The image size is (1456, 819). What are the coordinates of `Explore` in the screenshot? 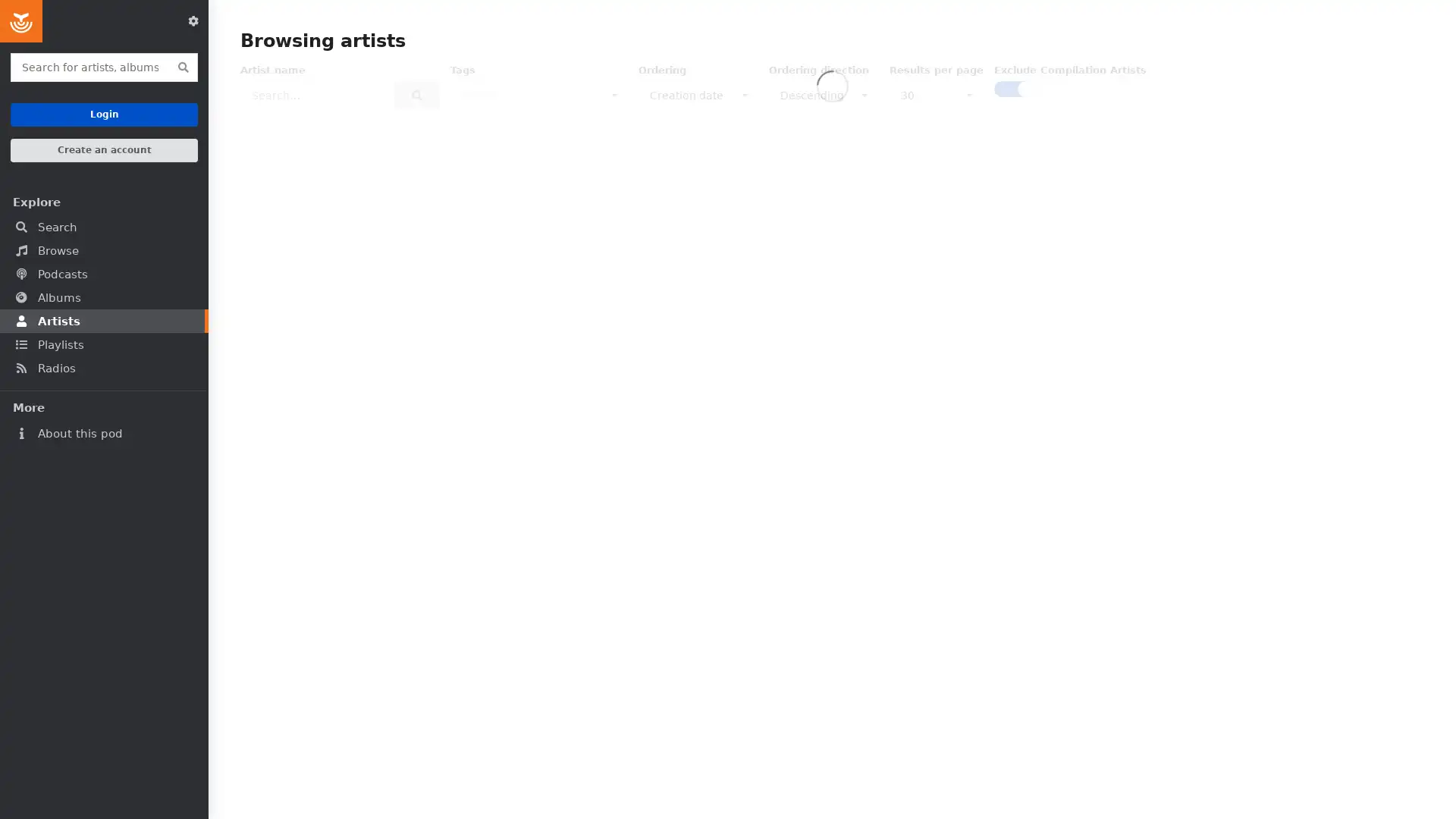 It's located at (103, 201).